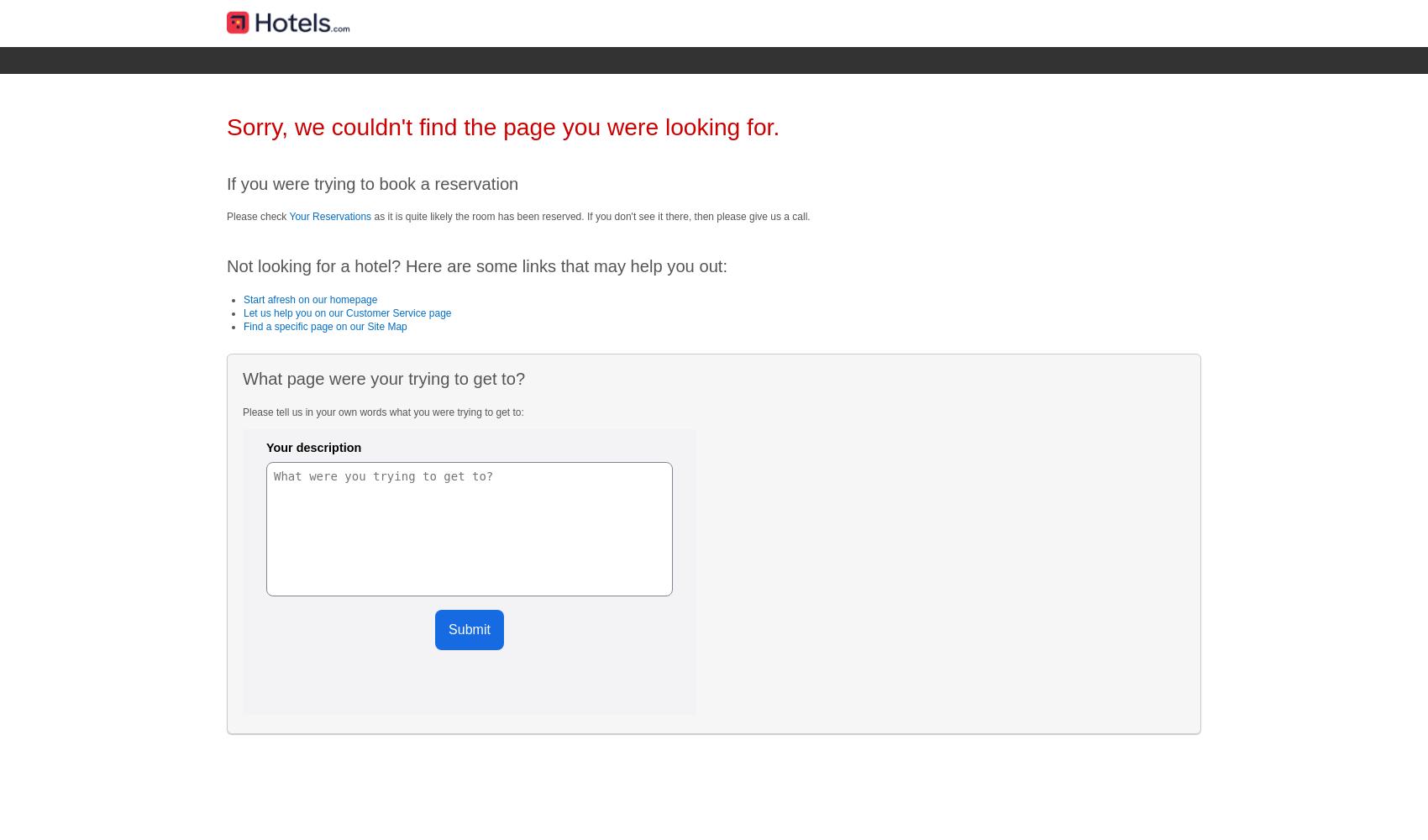  What do you see at coordinates (244, 327) in the screenshot?
I see `'Find a specific page on our Site Map'` at bounding box center [244, 327].